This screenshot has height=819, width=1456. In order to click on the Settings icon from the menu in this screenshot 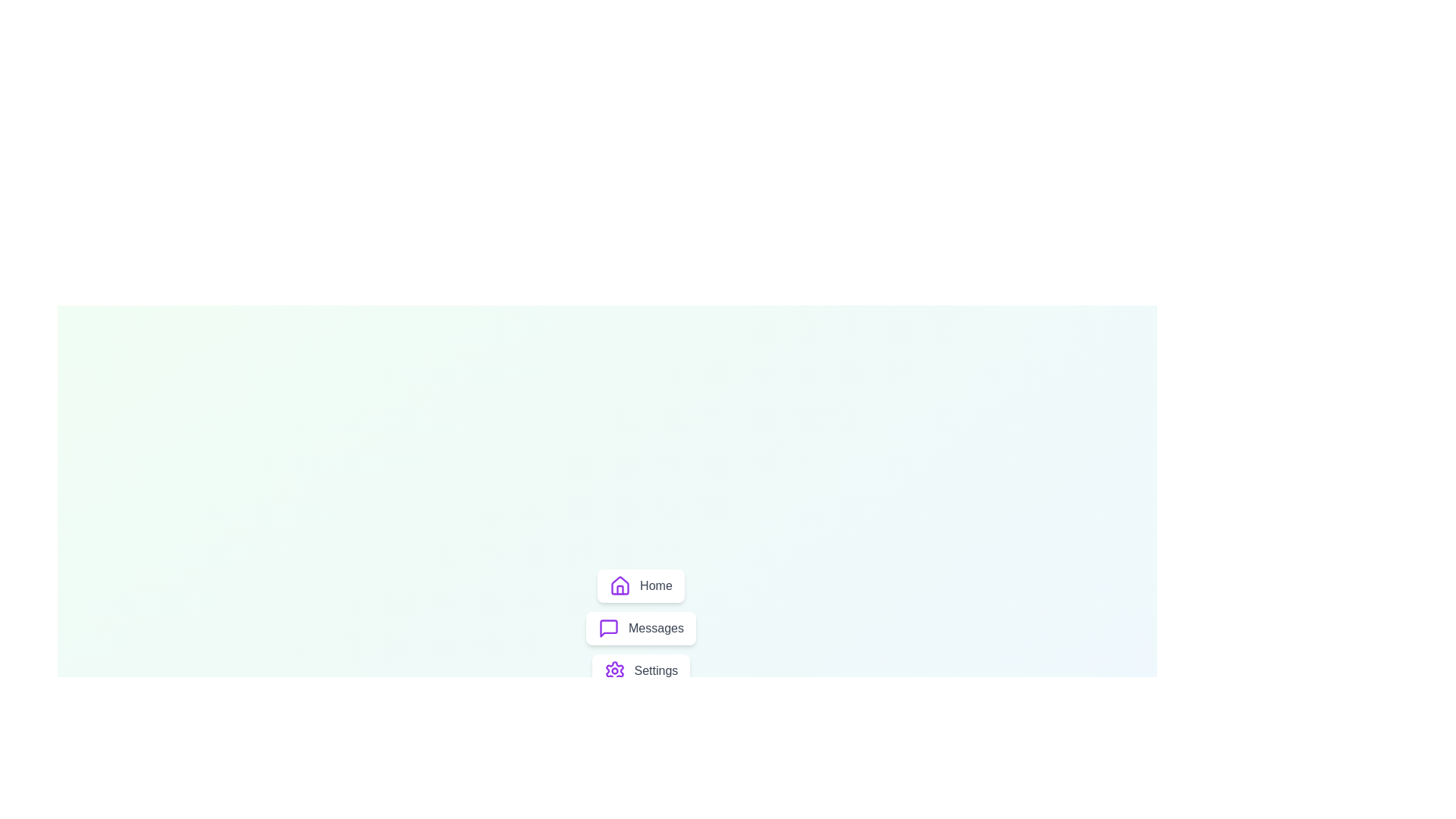, I will do `click(614, 670)`.